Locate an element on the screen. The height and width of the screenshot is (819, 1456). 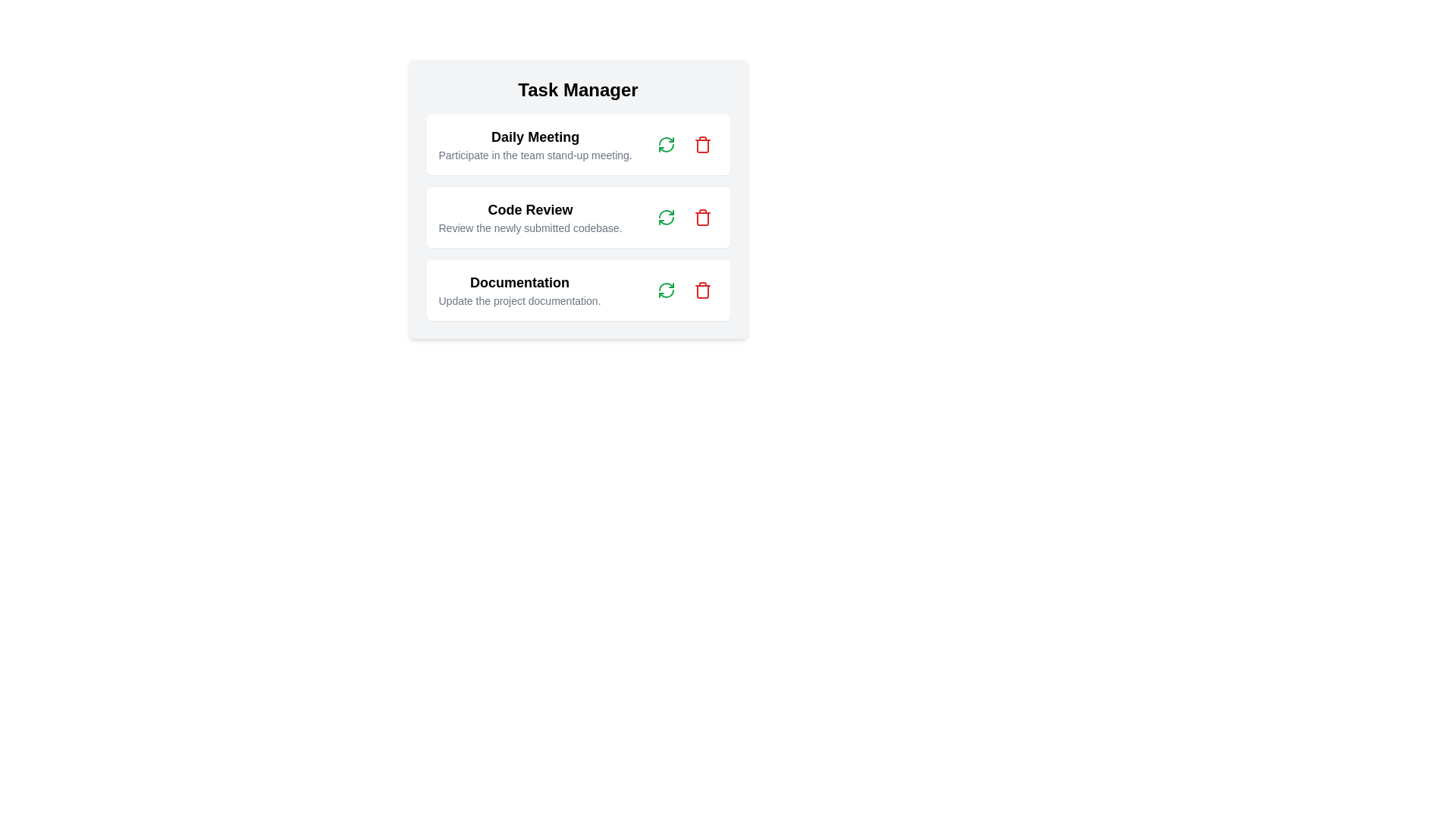
the text block titled 'Daily Meeting' with the subtitle 'Participate in the team stand-up meeting' located at the top of the list in the 'Task Manager' interface is located at coordinates (535, 145).